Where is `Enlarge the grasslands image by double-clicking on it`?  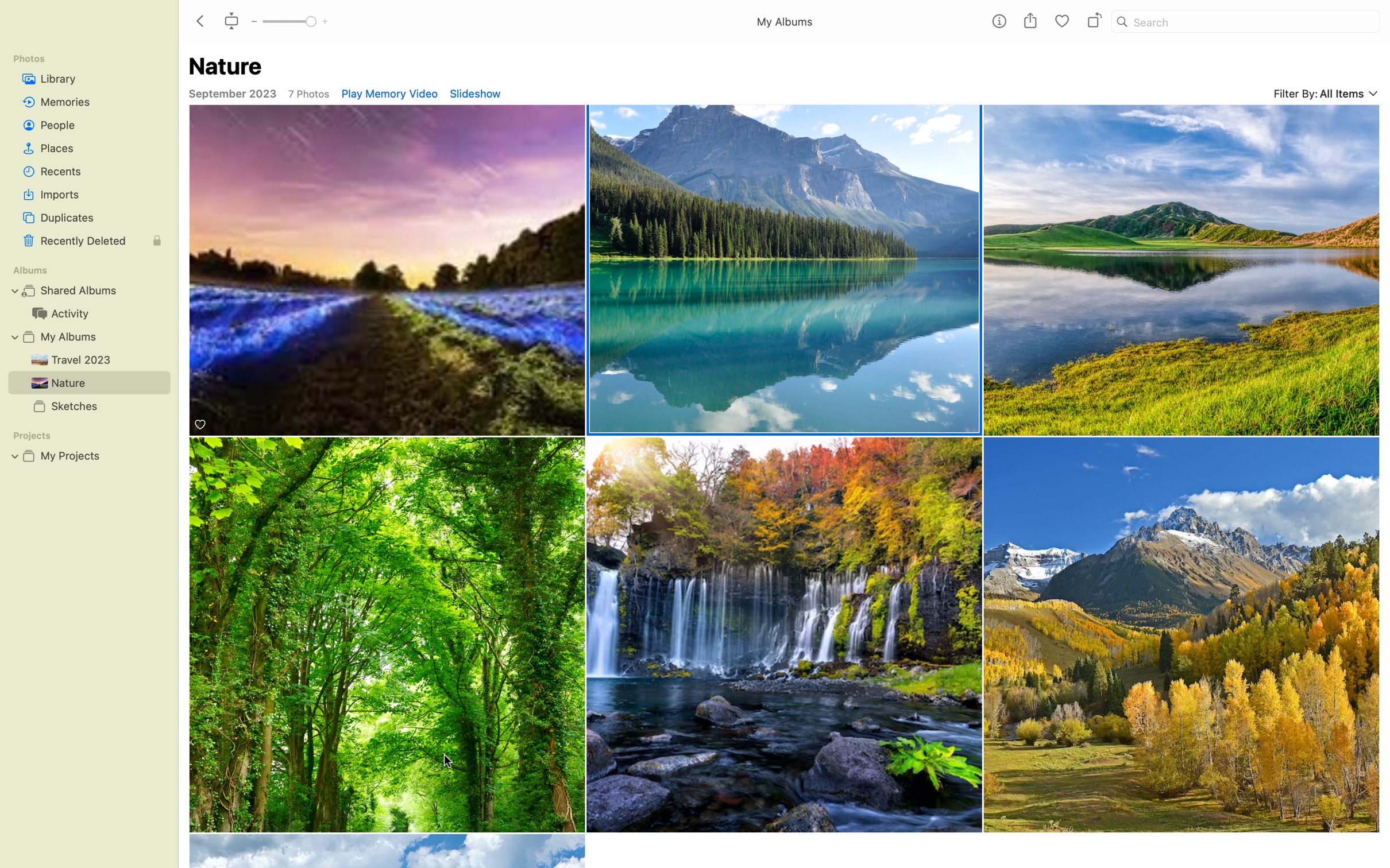 Enlarge the grasslands image by double-clicking on it is located at coordinates (1182, 634).